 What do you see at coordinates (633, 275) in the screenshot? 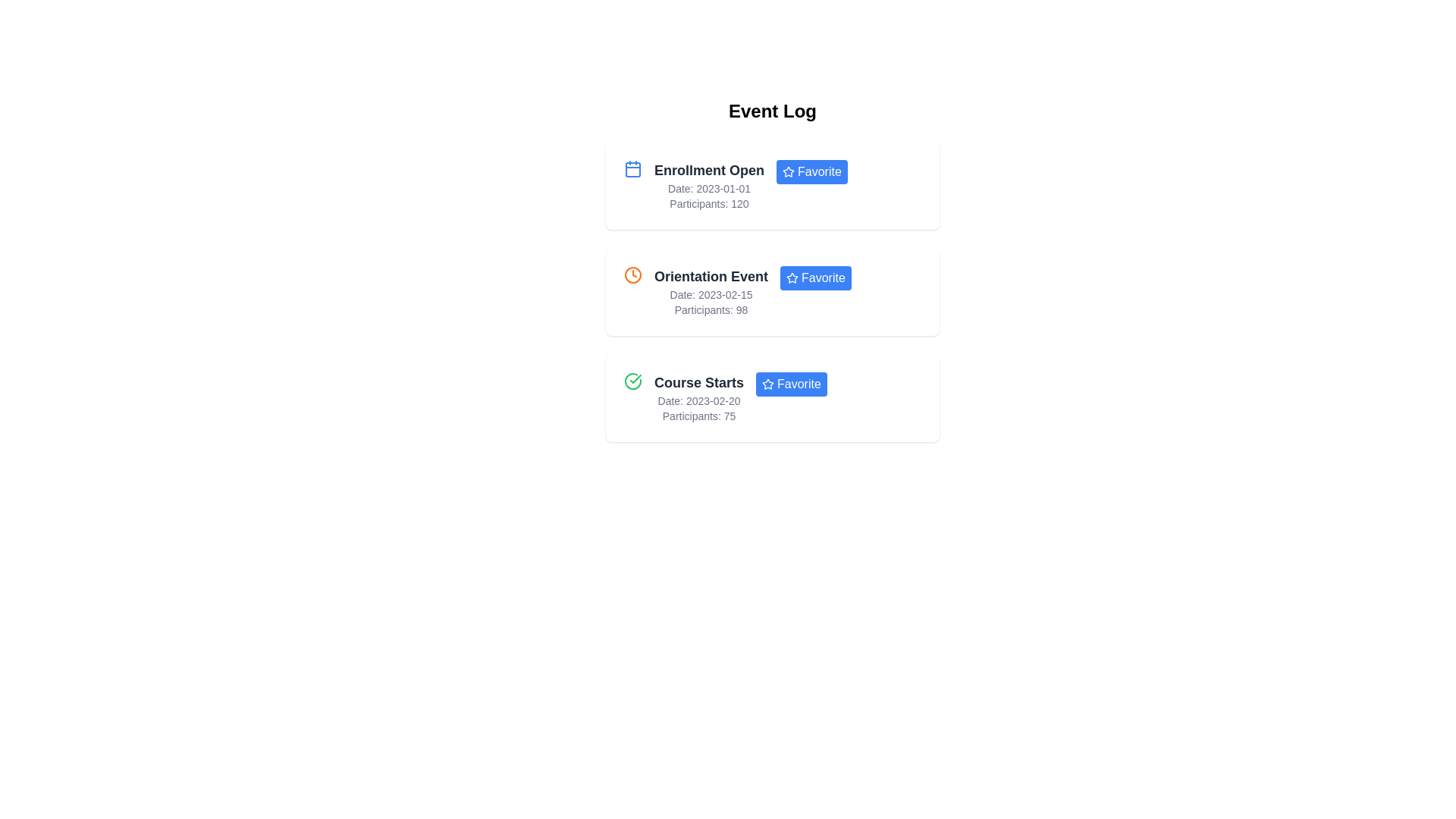
I see `the clock icon with an orange stroke located on the left side of the 'Orientation Event' card in the 'Event Log' list` at bounding box center [633, 275].